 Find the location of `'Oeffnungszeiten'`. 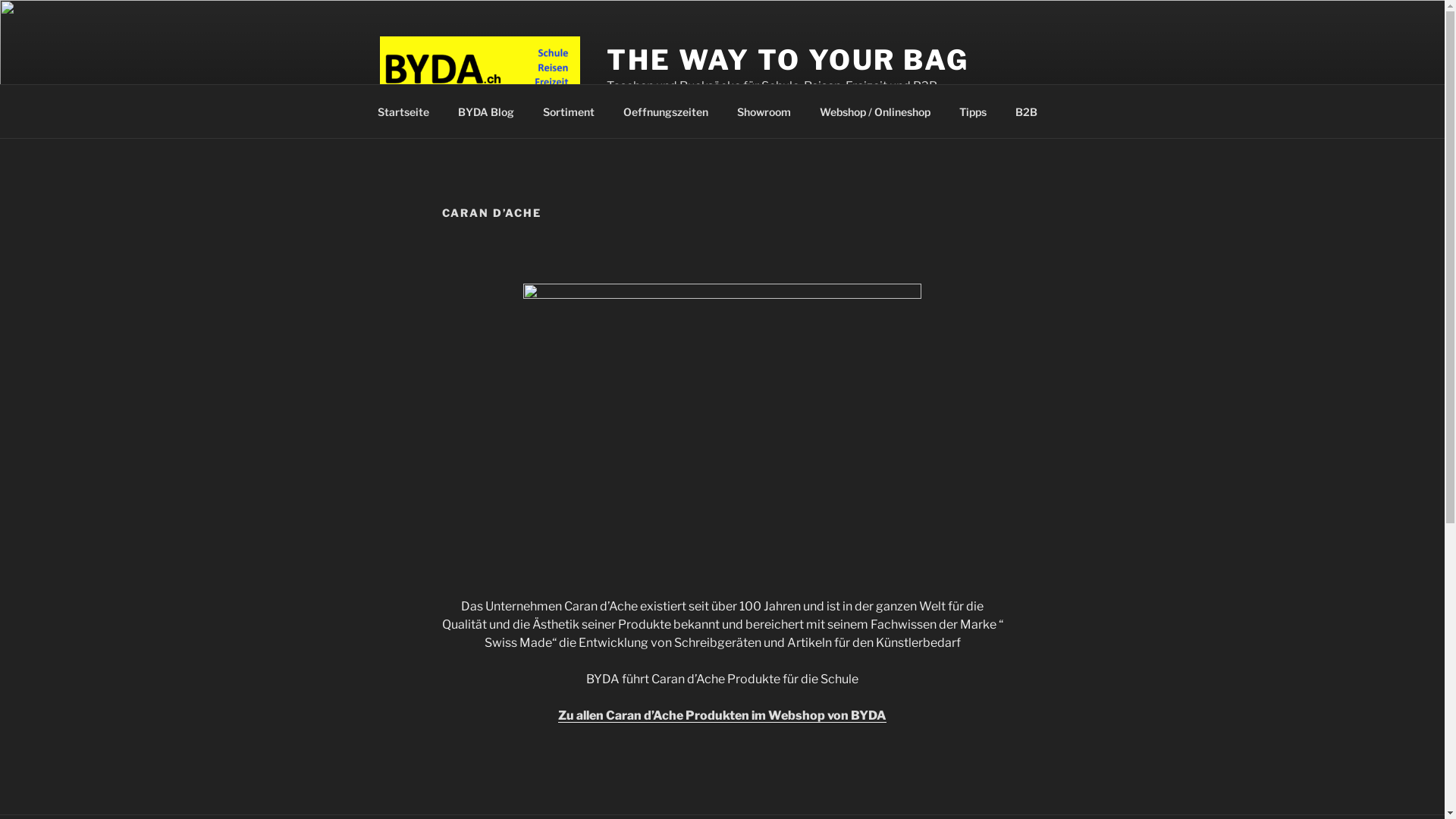

'Oeffnungszeiten' is located at coordinates (665, 110).